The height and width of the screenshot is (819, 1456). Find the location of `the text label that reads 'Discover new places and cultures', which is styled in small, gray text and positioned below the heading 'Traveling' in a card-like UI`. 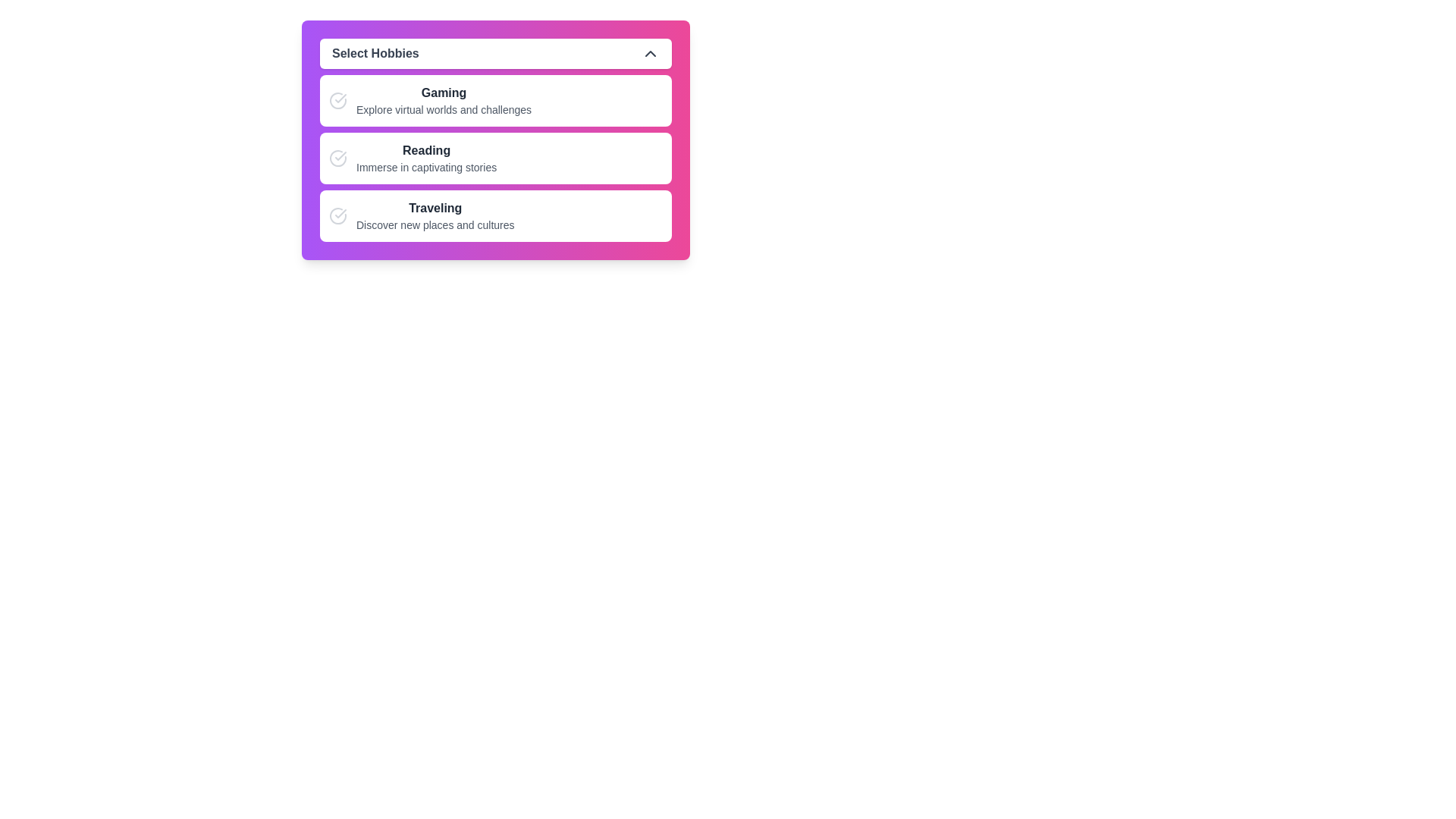

the text label that reads 'Discover new places and cultures', which is styled in small, gray text and positioned below the heading 'Traveling' in a card-like UI is located at coordinates (435, 225).